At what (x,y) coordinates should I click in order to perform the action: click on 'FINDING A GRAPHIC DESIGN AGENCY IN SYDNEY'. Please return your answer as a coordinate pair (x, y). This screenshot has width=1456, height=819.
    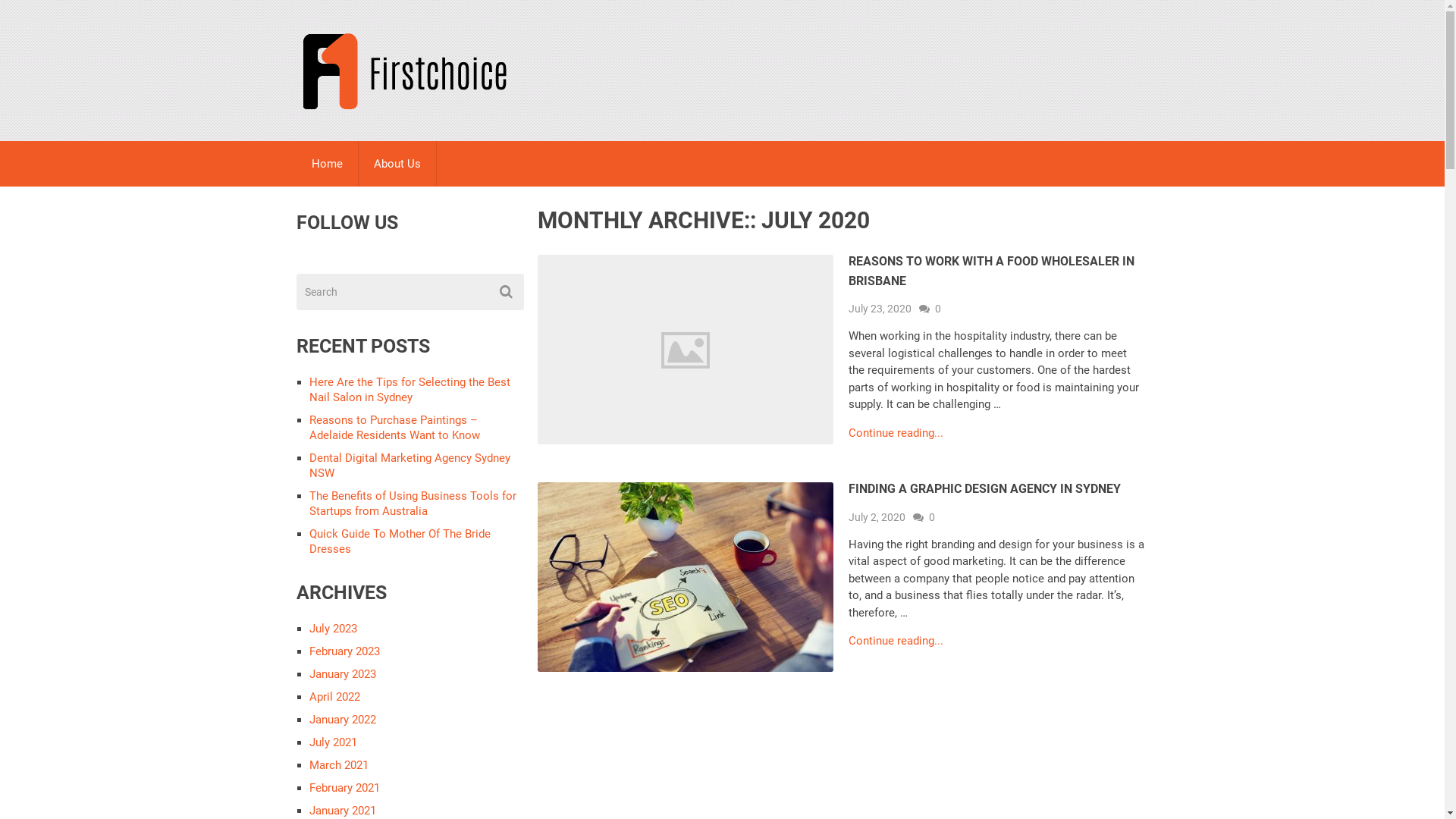
    Looking at the image, I should click on (984, 488).